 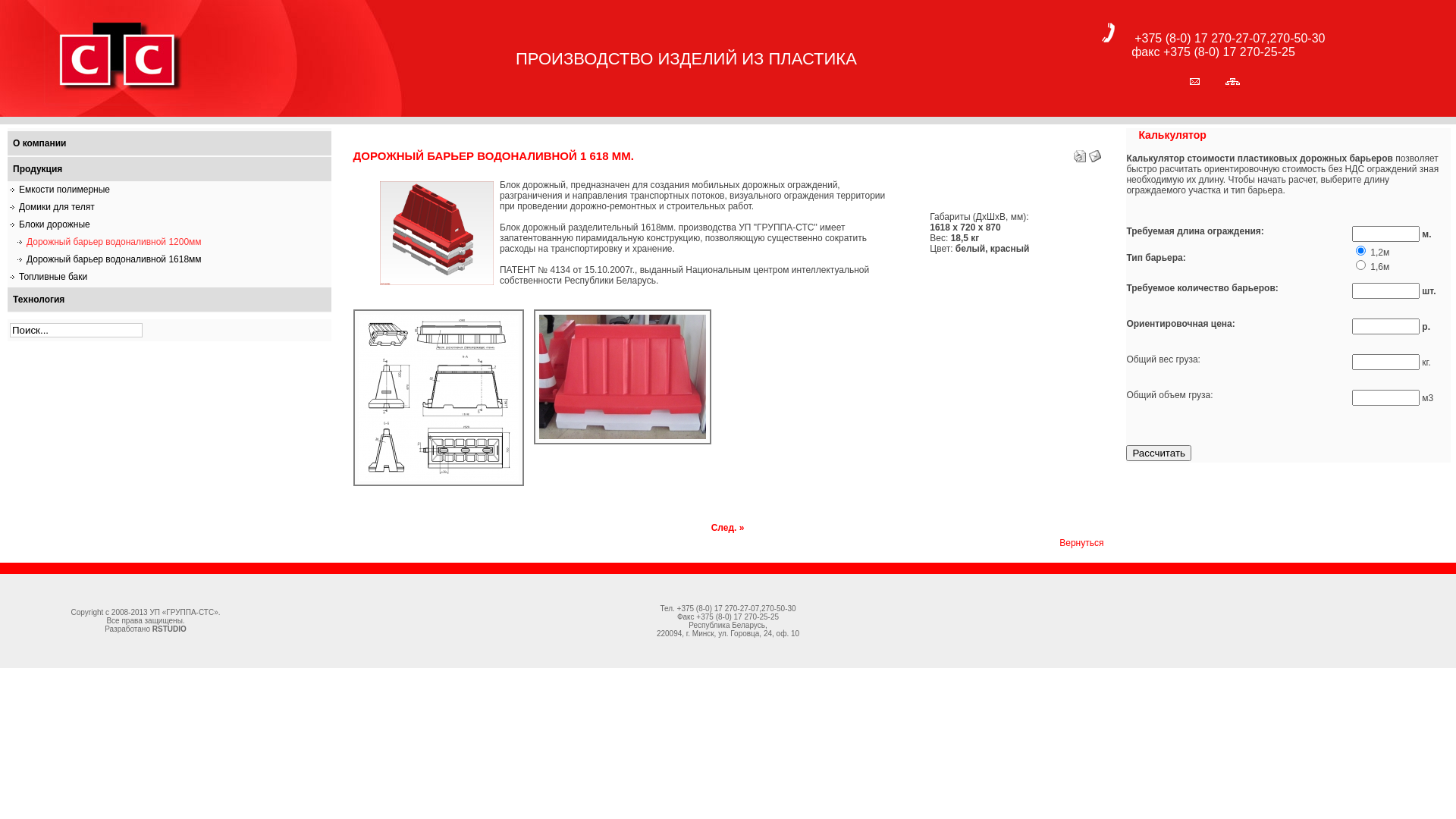 I want to click on 'RSTUDIO', so click(x=169, y=629).